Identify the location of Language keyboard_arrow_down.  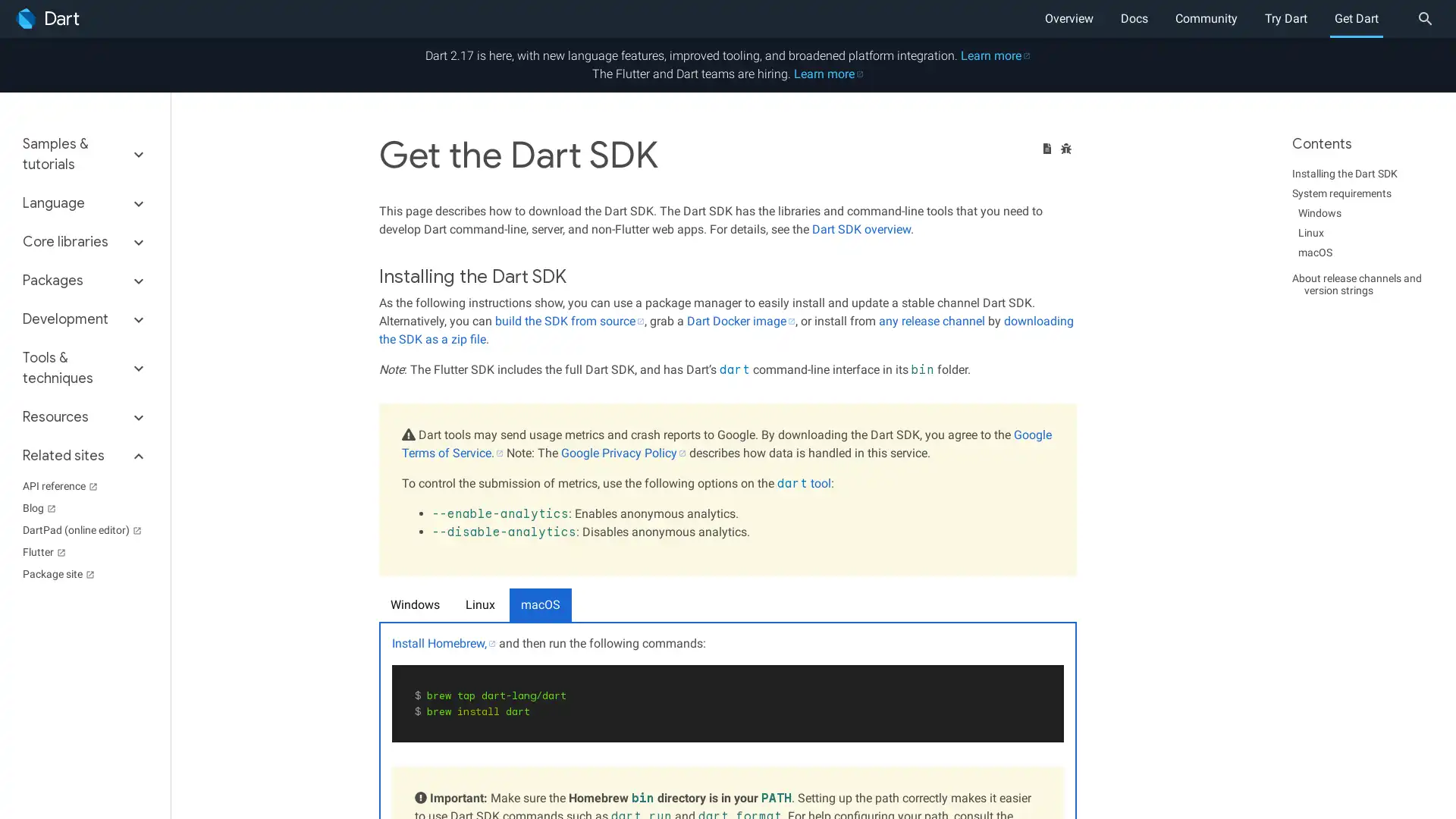
(84, 202).